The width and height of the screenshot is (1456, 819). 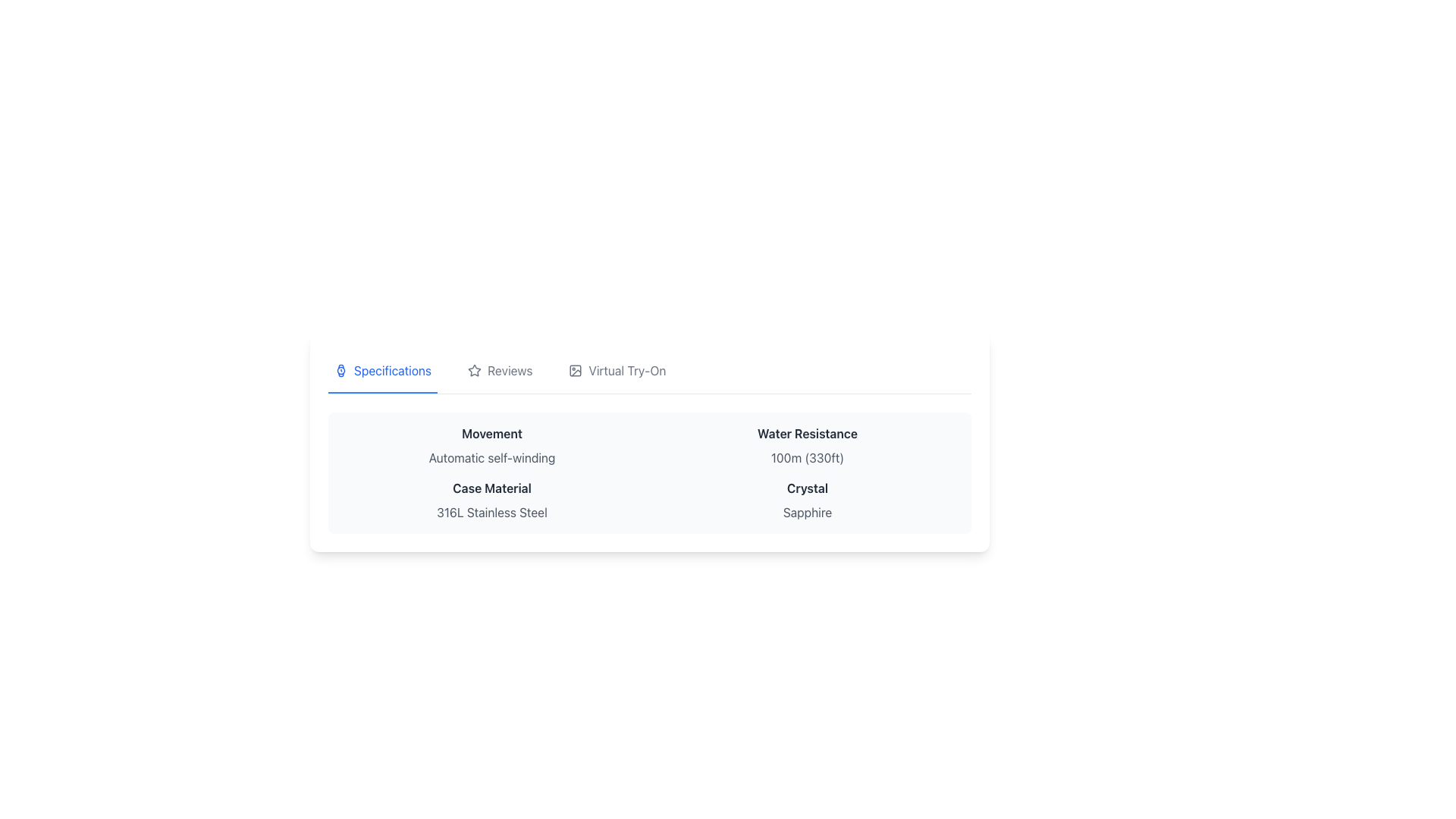 What do you see at coordinates (474, 371) in the screenshot?
I see `the star icon representing the 'Reviews' tab, located in the header section adjacent to the 'Reviews' text label` at bounding box center [474, 371].